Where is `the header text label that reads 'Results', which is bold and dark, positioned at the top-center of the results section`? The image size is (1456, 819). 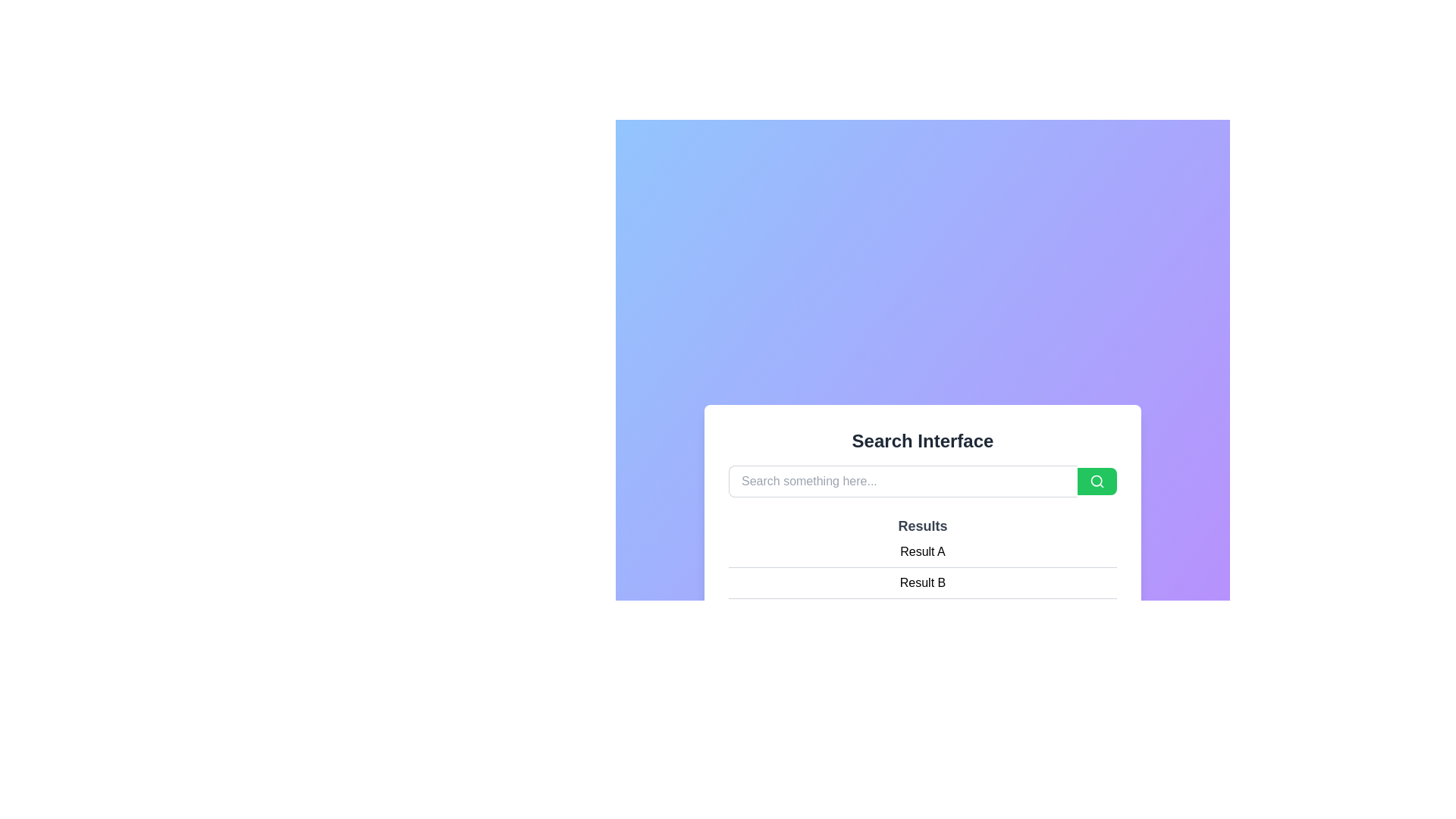
the header text label that reads 'Results', which is bold and dark, positioned at the top-center of the results section is located at coordinates (922, 526).